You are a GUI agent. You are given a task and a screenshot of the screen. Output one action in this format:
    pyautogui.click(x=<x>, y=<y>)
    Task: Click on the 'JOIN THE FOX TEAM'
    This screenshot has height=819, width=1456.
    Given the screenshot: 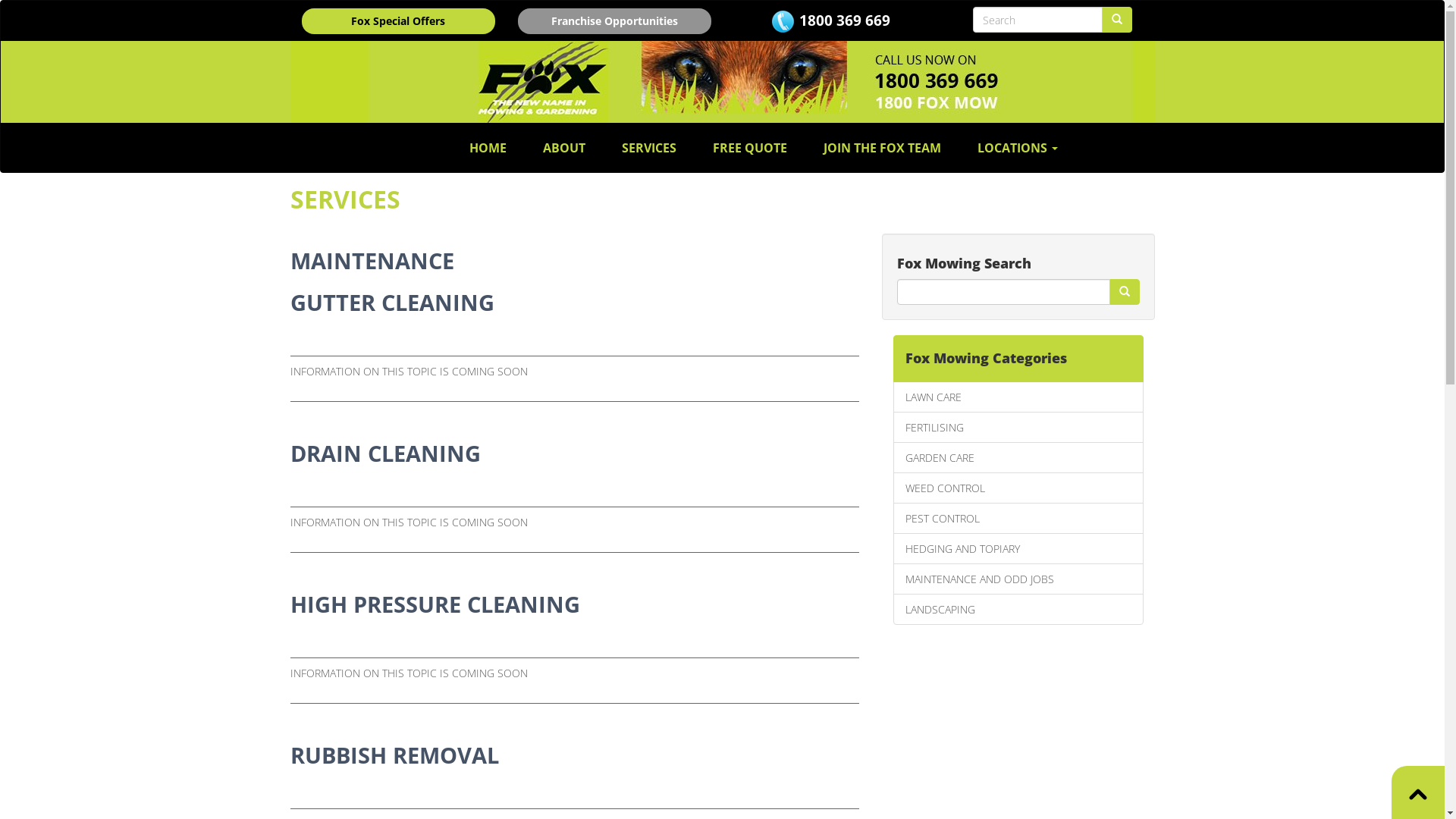 What is the action you would take?
    pyautogui.click(x=882, y=148)
    